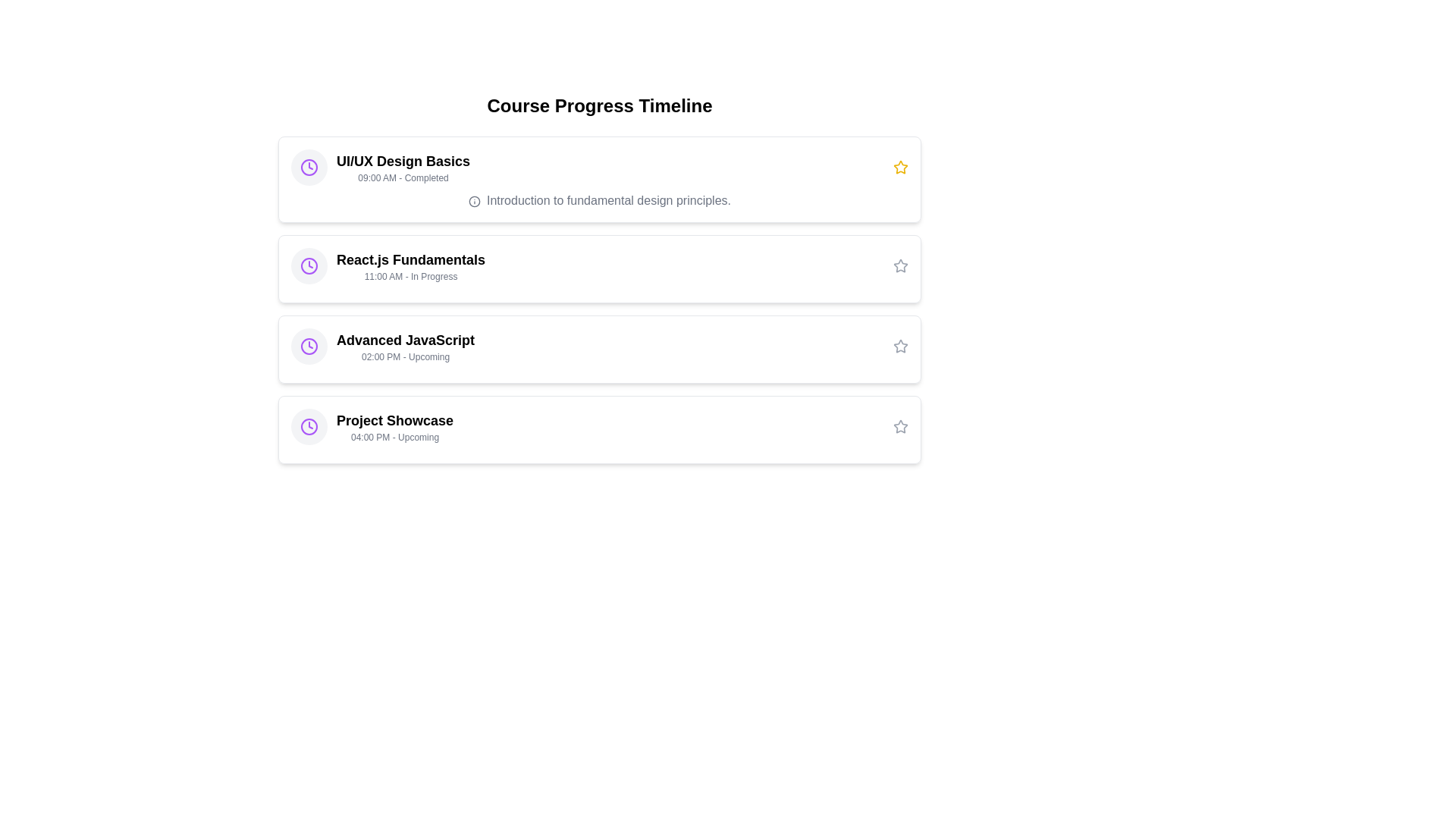  I want to click on the hollow star icon, so click(901, 265).